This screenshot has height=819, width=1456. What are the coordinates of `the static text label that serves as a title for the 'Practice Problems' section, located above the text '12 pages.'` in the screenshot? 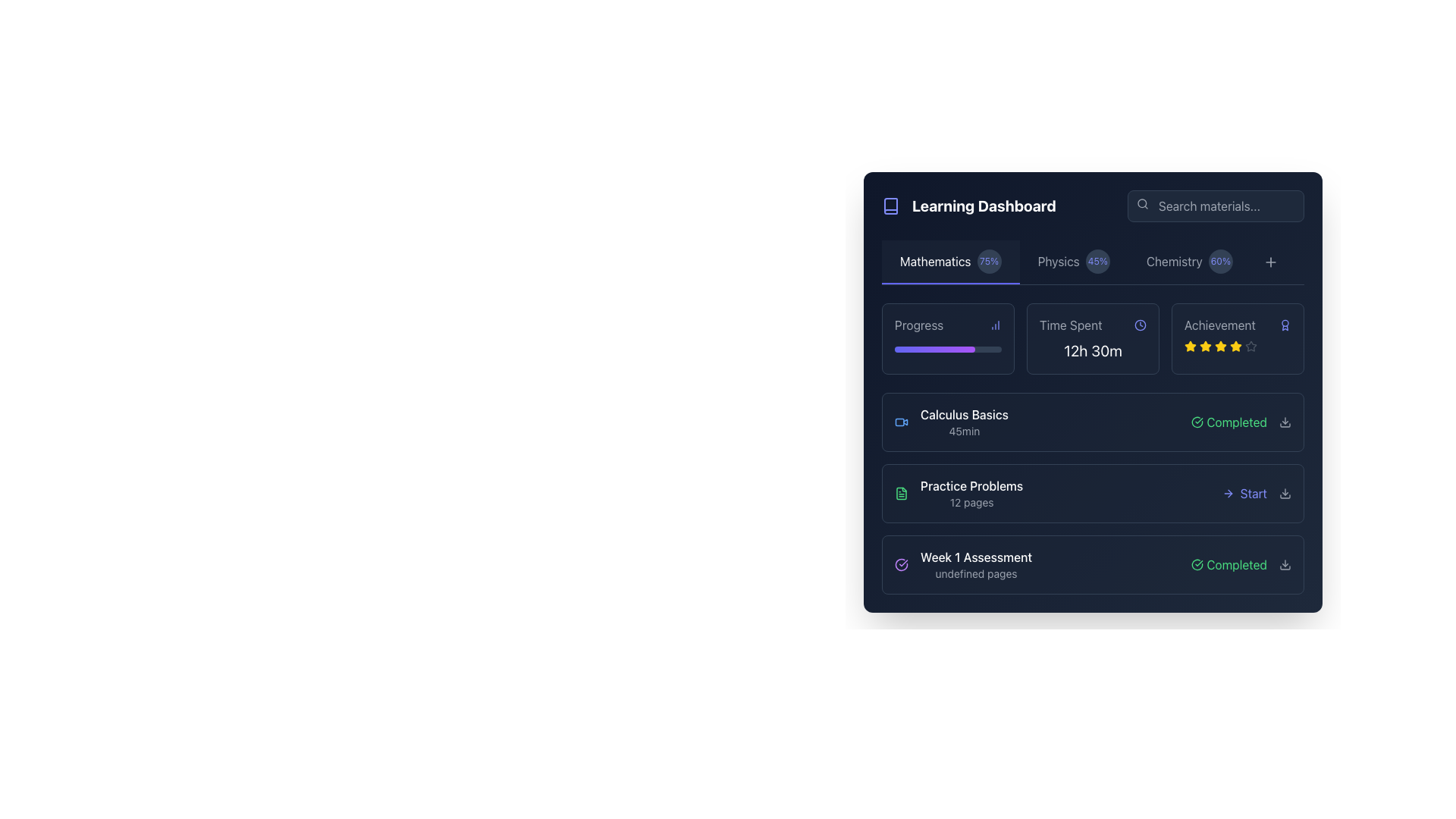 It's located at (971, 485).